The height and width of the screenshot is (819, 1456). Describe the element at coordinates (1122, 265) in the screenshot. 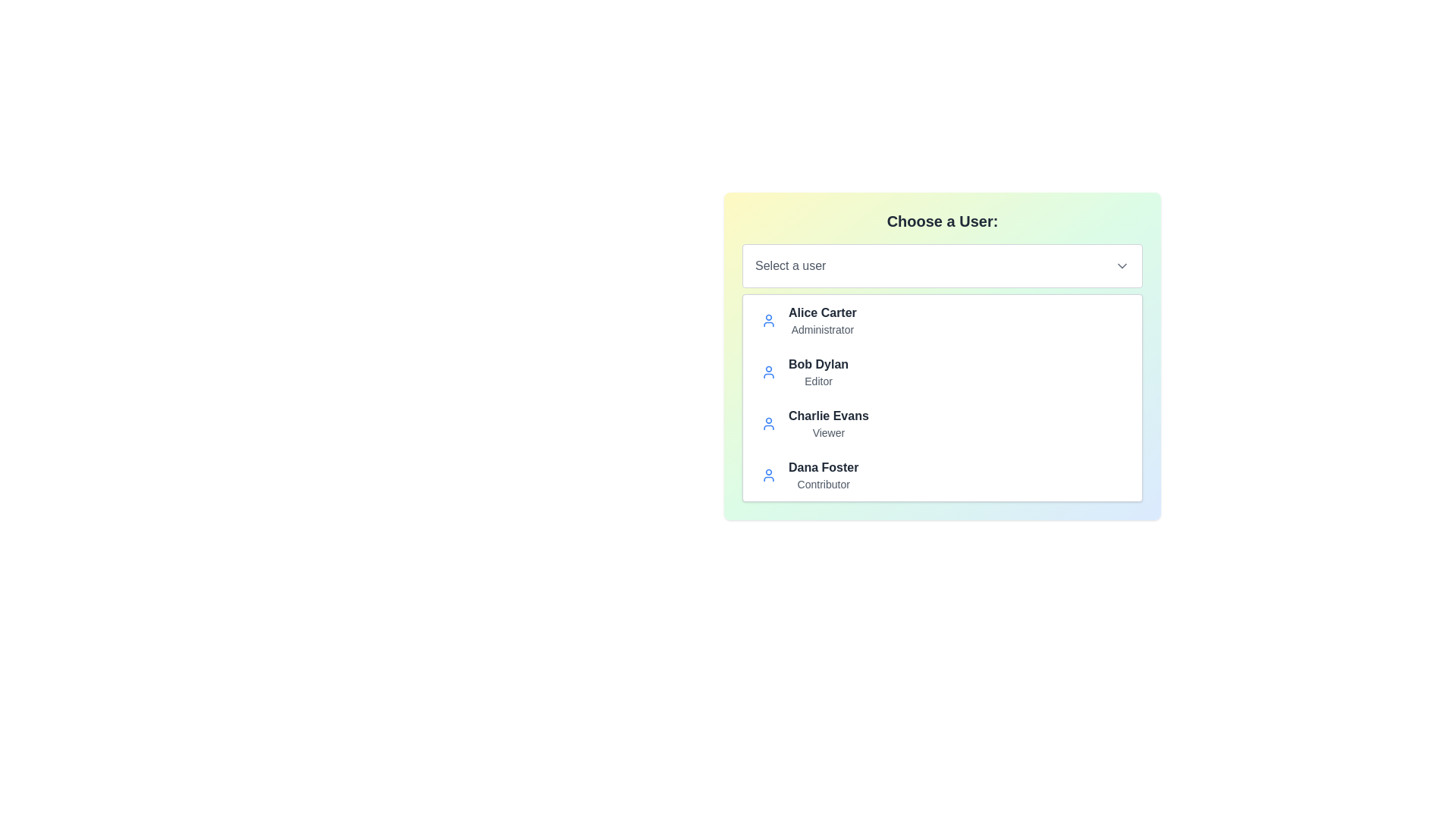

I see `the downward-facing chevron icon (SVG graphic) within the 'Select a user' dropdown to trigger hover-based effects` at that location.